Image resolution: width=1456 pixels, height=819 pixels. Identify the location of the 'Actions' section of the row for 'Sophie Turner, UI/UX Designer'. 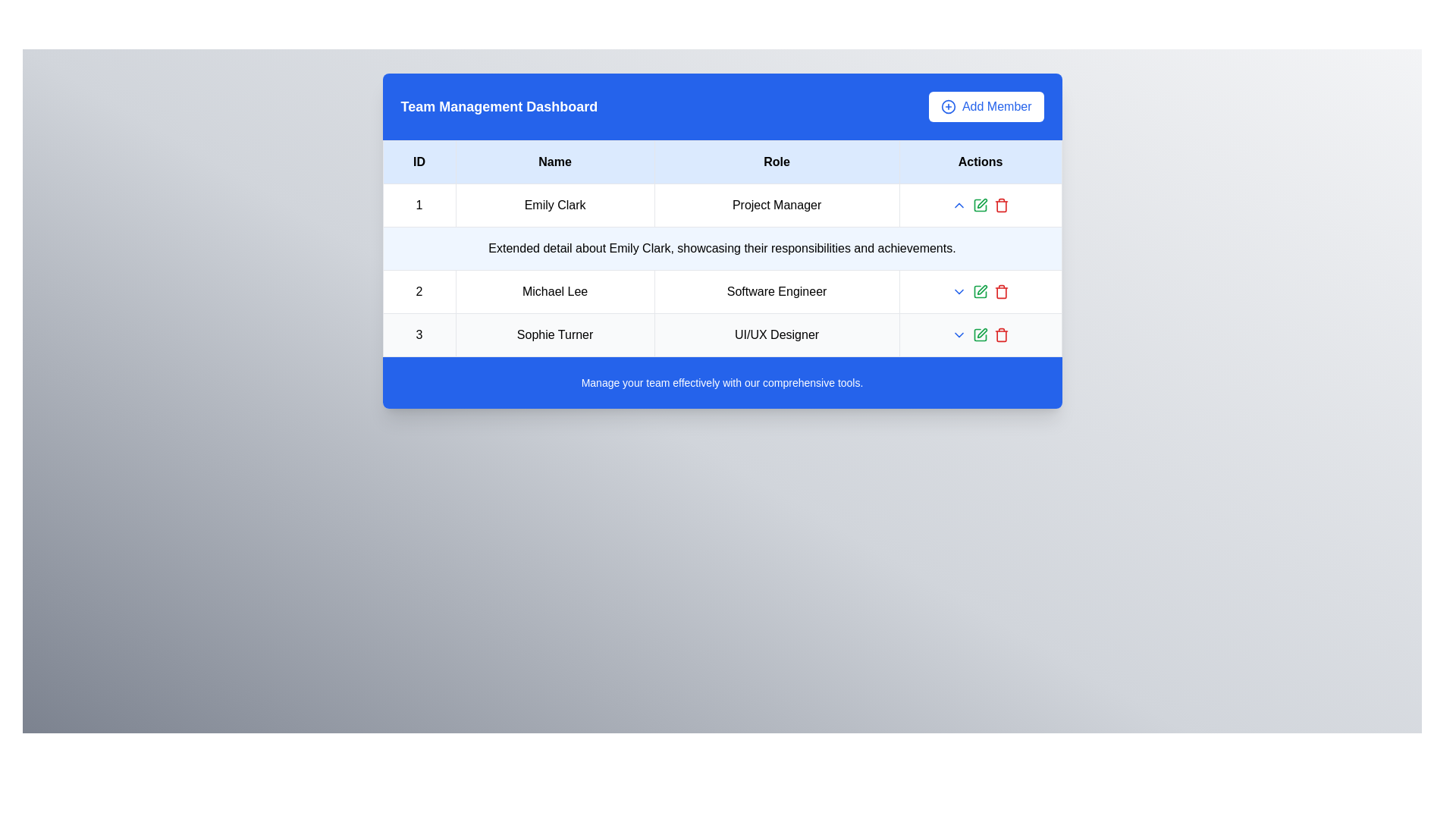
(981, 334).